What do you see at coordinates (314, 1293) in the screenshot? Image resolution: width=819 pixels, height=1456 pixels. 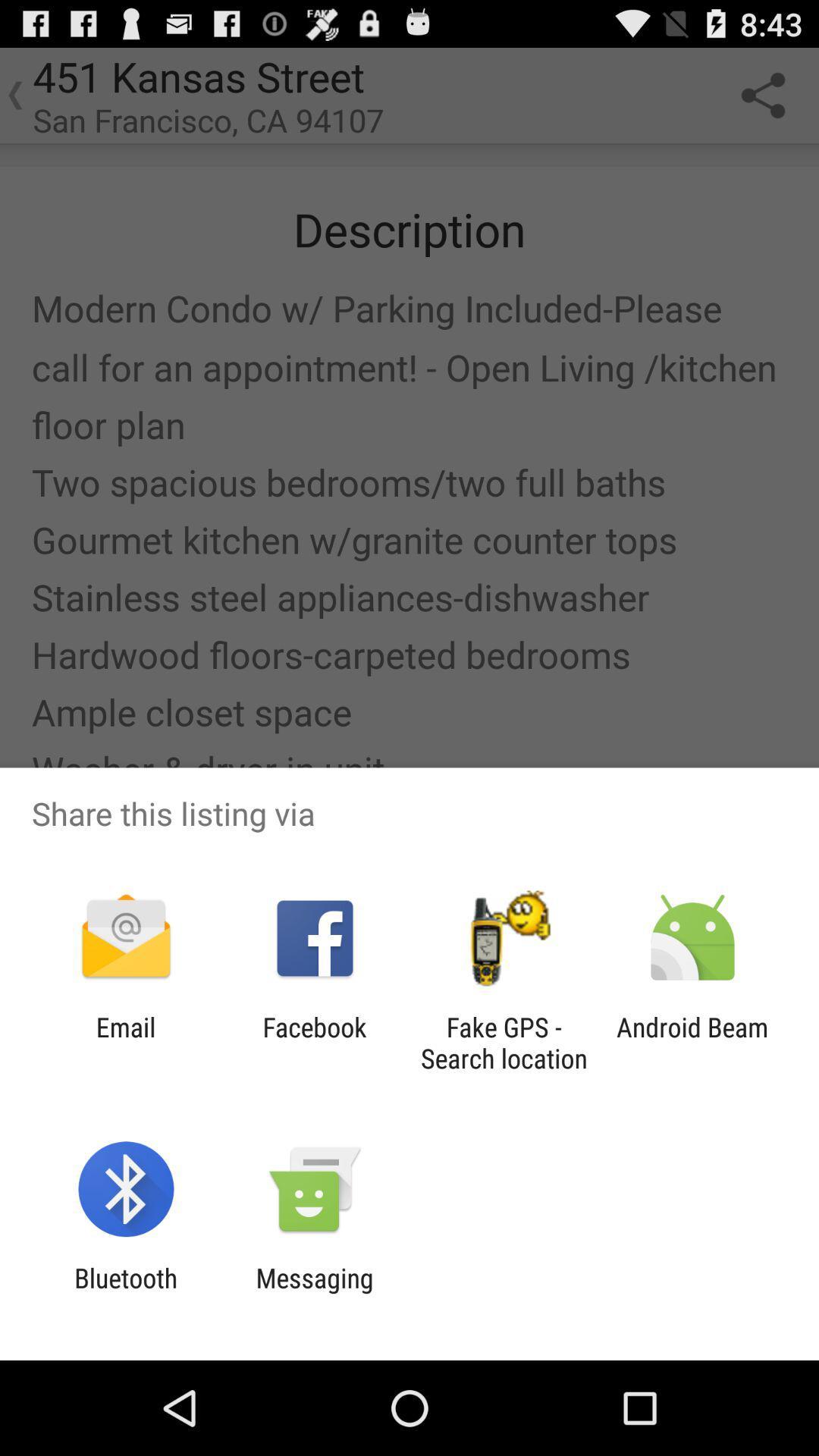 I see `item next to the bluetooth item` at bounding box center [314, 1293].